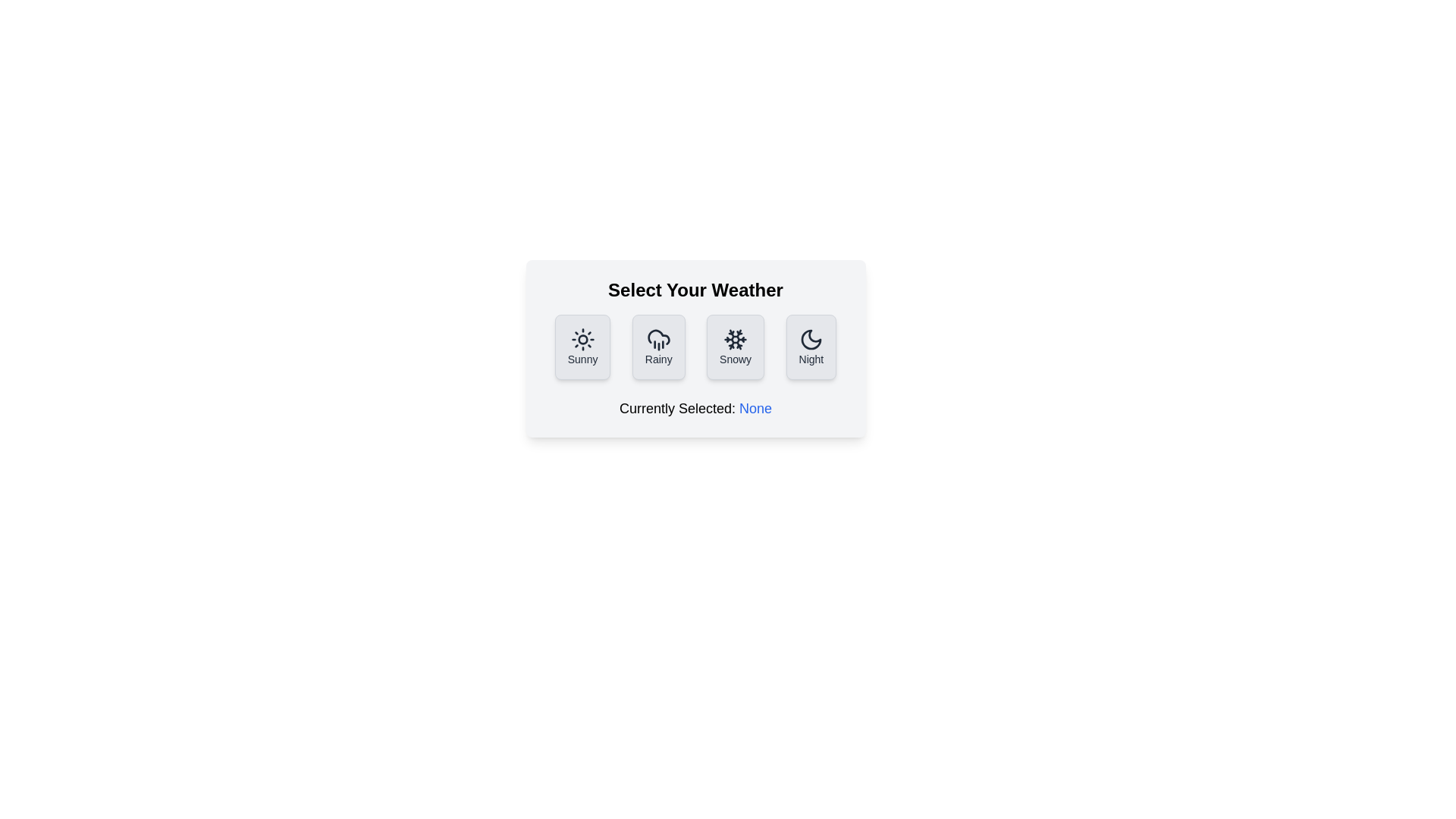  Describe the element at coordinates (739, 334) in the screenshot. I see `the lower-right triangular component of the snowflake icon in the 'Snowy' weather card, which is the third card from the left in a row of four weather type buttons` at that location.